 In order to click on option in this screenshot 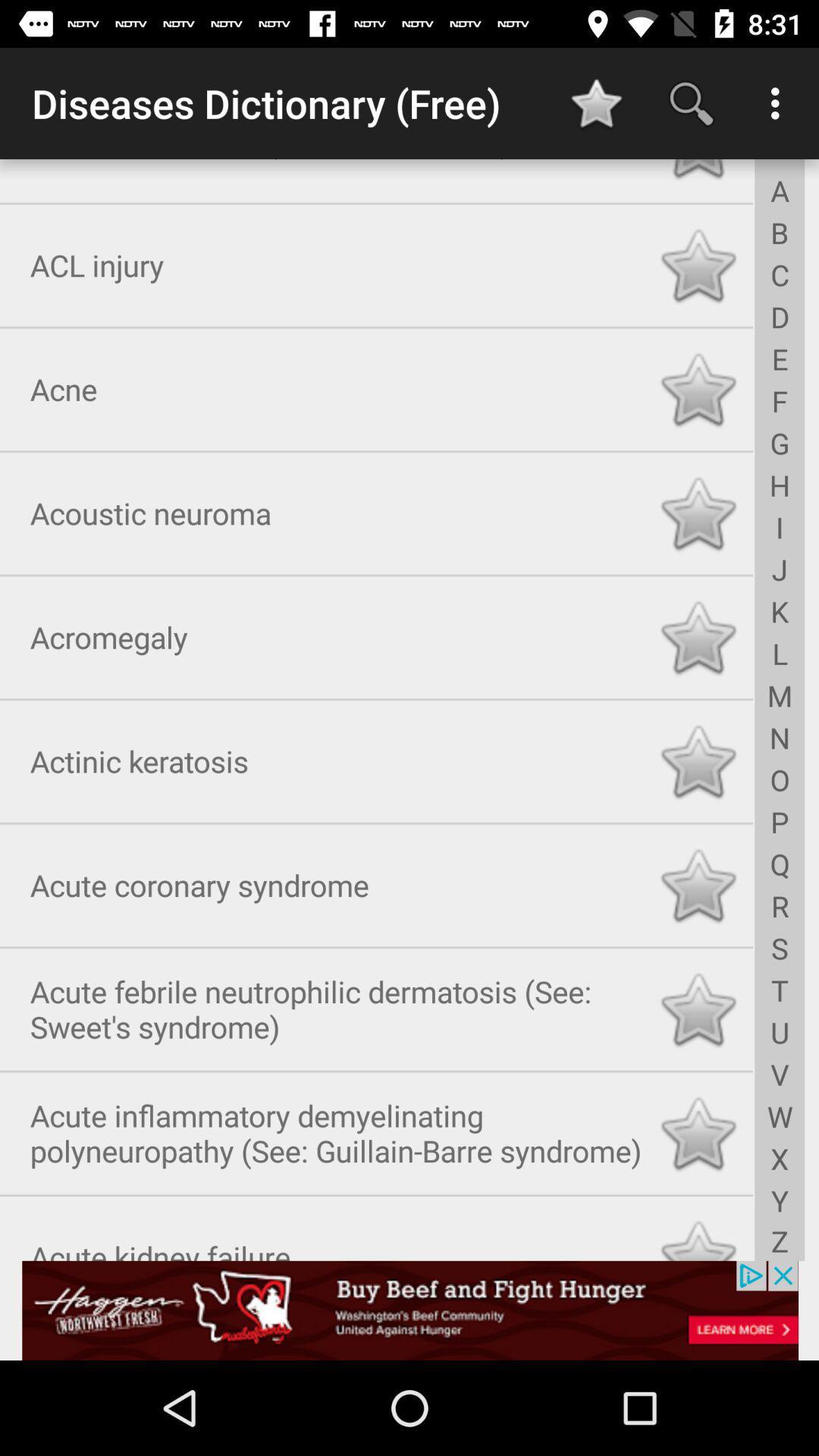, I will do `click(698, 882)`.